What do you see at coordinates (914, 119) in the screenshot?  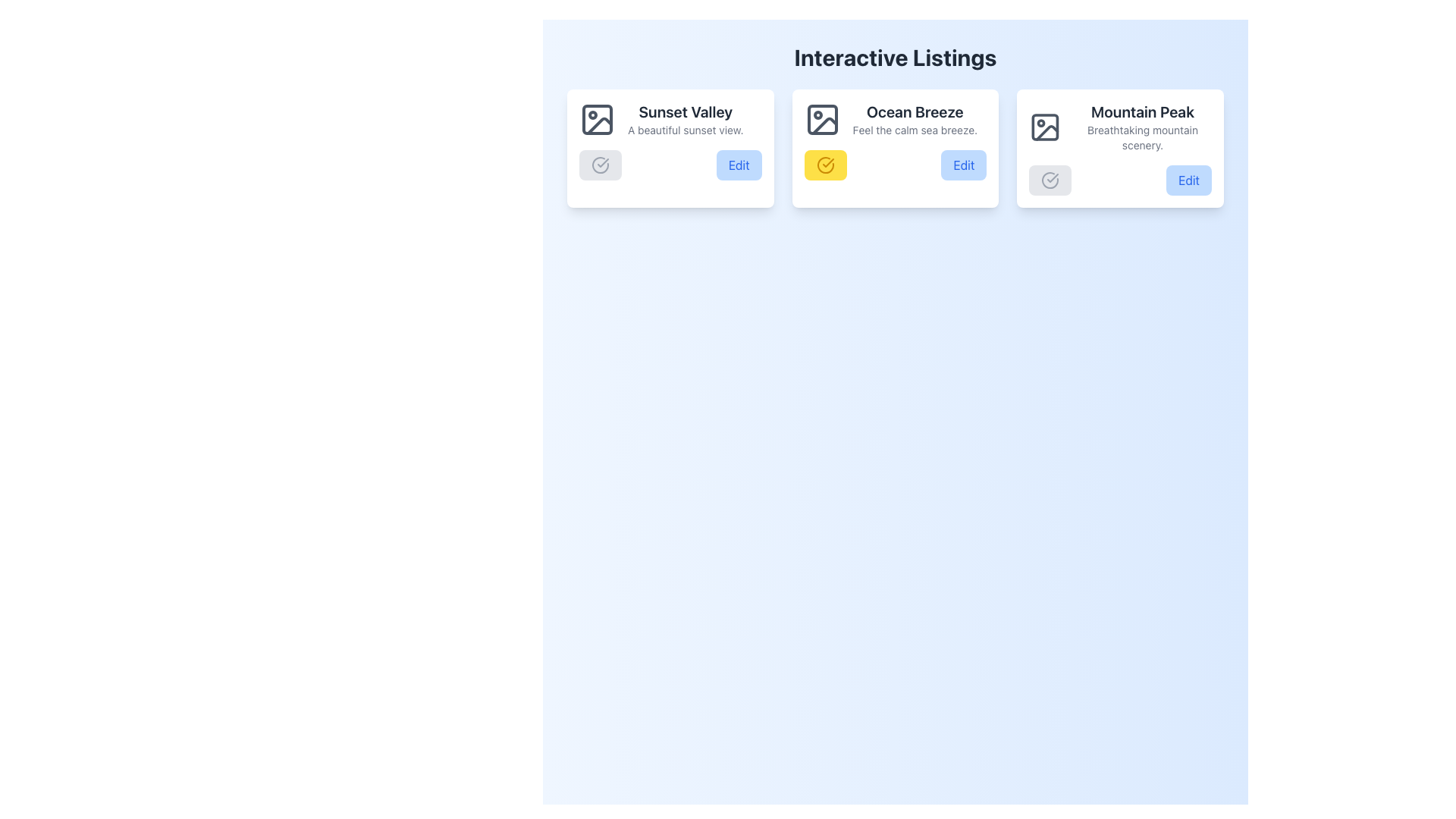 I see `the 'Ocean Breeze' text element which is a title and subtitle arranged vertically within the second card of a three-card layout` at bounding box center [914, 119].